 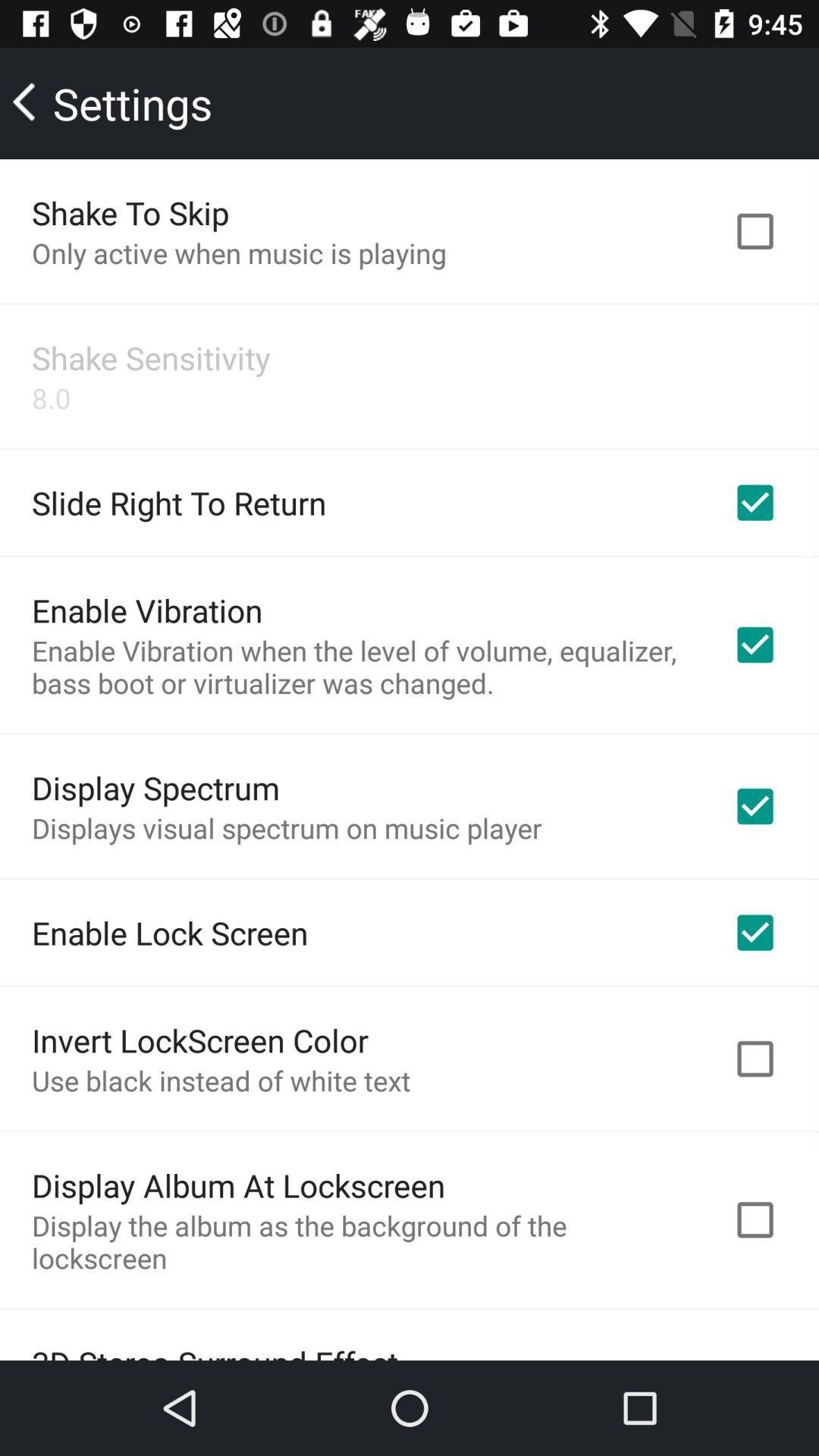 What do you see at coordinates (113, 102) in the screenshot?
I see `settings` at bounding box center [113, 102].